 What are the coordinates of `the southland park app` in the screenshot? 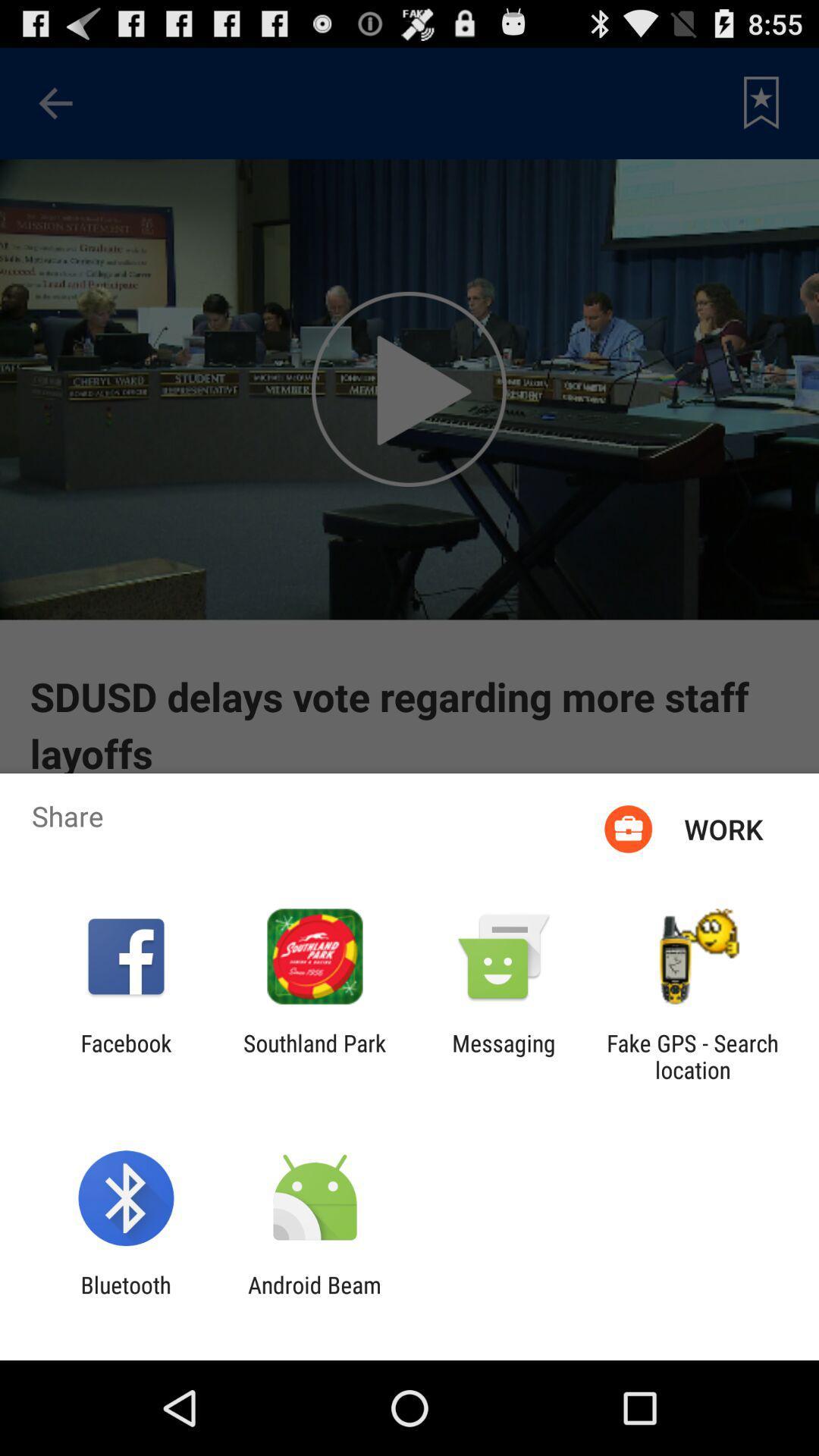 It's located at (314, 1056).